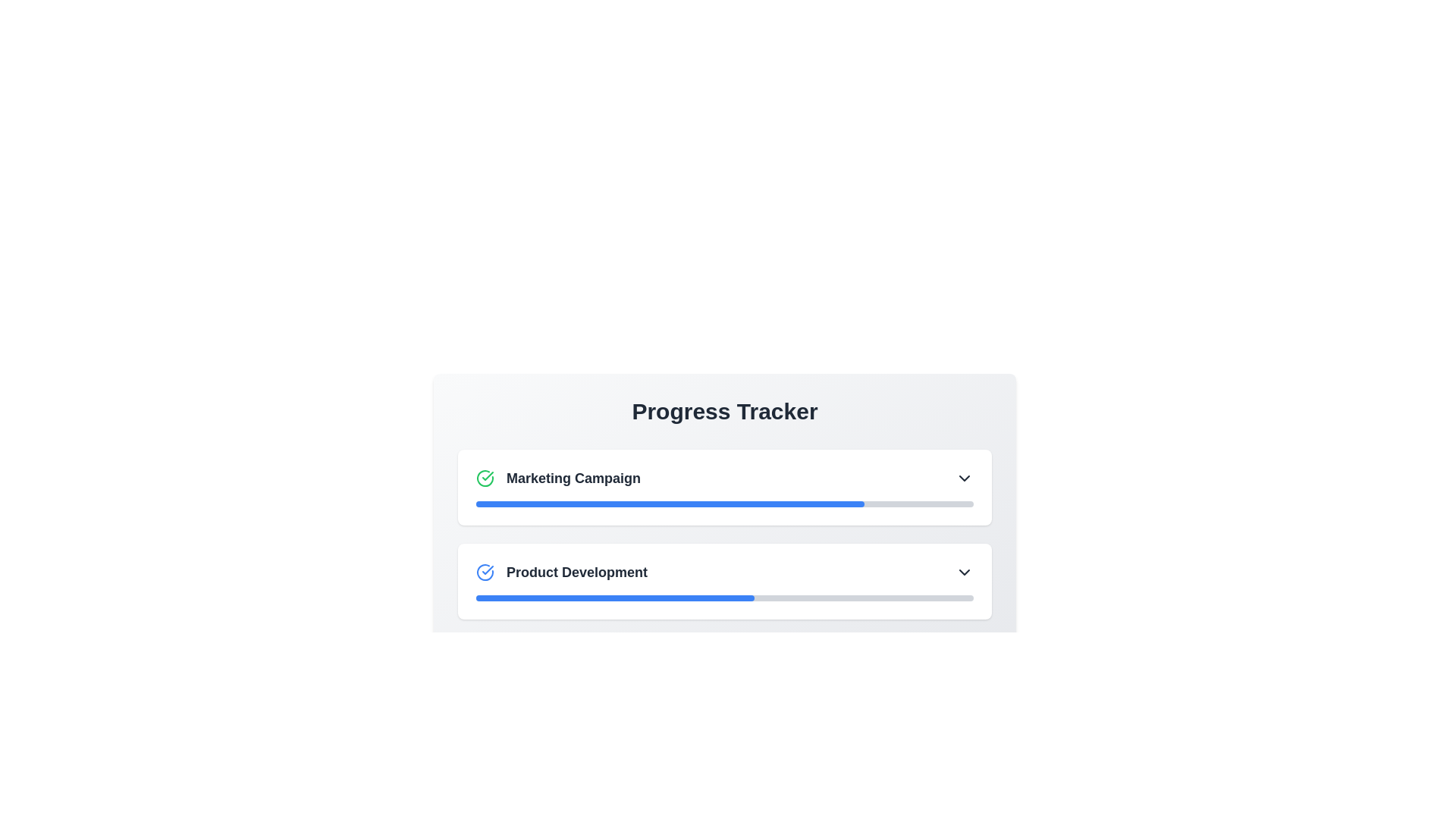 The width and height of the screenshot is (1456, 819). Describe the element at coordinates (557, 479) in the screenshot. I see `the 'Marketing Campaign' label which is styled in a bold font and has a green checkmark icon to its left` at that location.